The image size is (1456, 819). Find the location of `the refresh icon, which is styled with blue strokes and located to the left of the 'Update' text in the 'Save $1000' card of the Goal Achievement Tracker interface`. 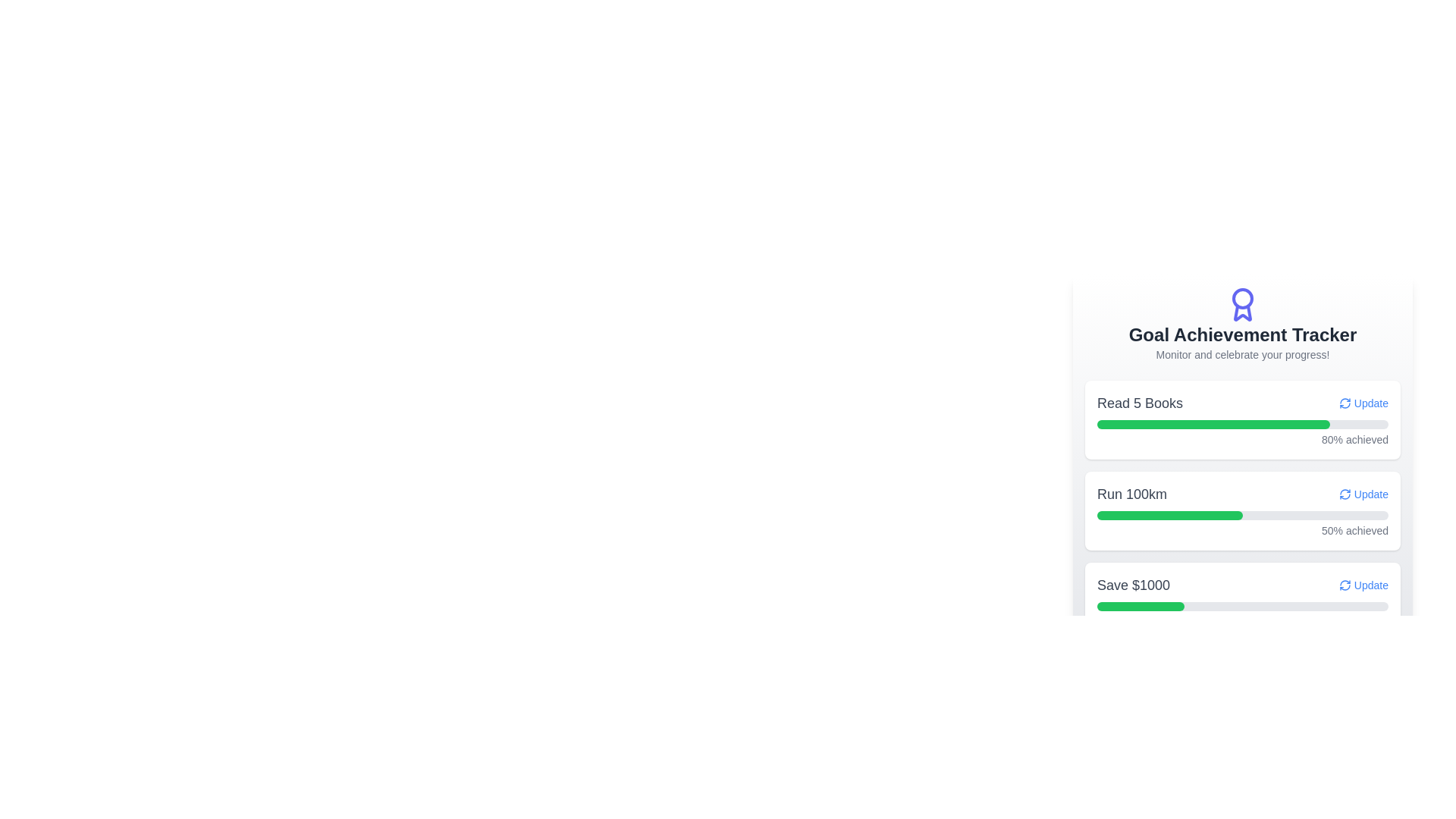

the refresh icon, which is styled with blue strokes and located to the left of the 'Update' text in the 'Save $1000' card of the Goal Achievement Tracker interface is located at coordinates (1345, 584).